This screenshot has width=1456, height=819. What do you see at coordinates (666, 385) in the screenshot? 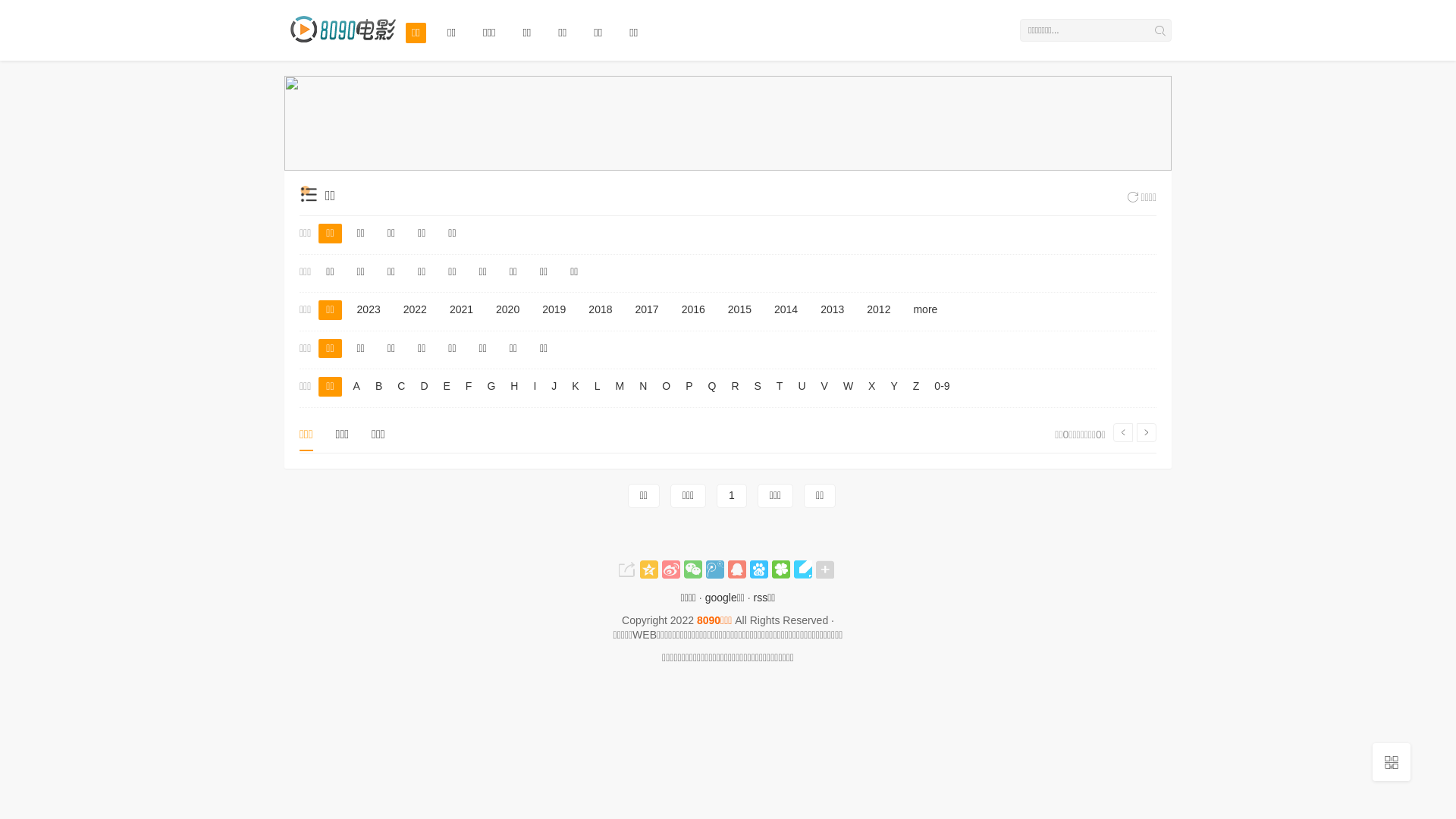
I see `'O'` at bounding box center [666, 385].